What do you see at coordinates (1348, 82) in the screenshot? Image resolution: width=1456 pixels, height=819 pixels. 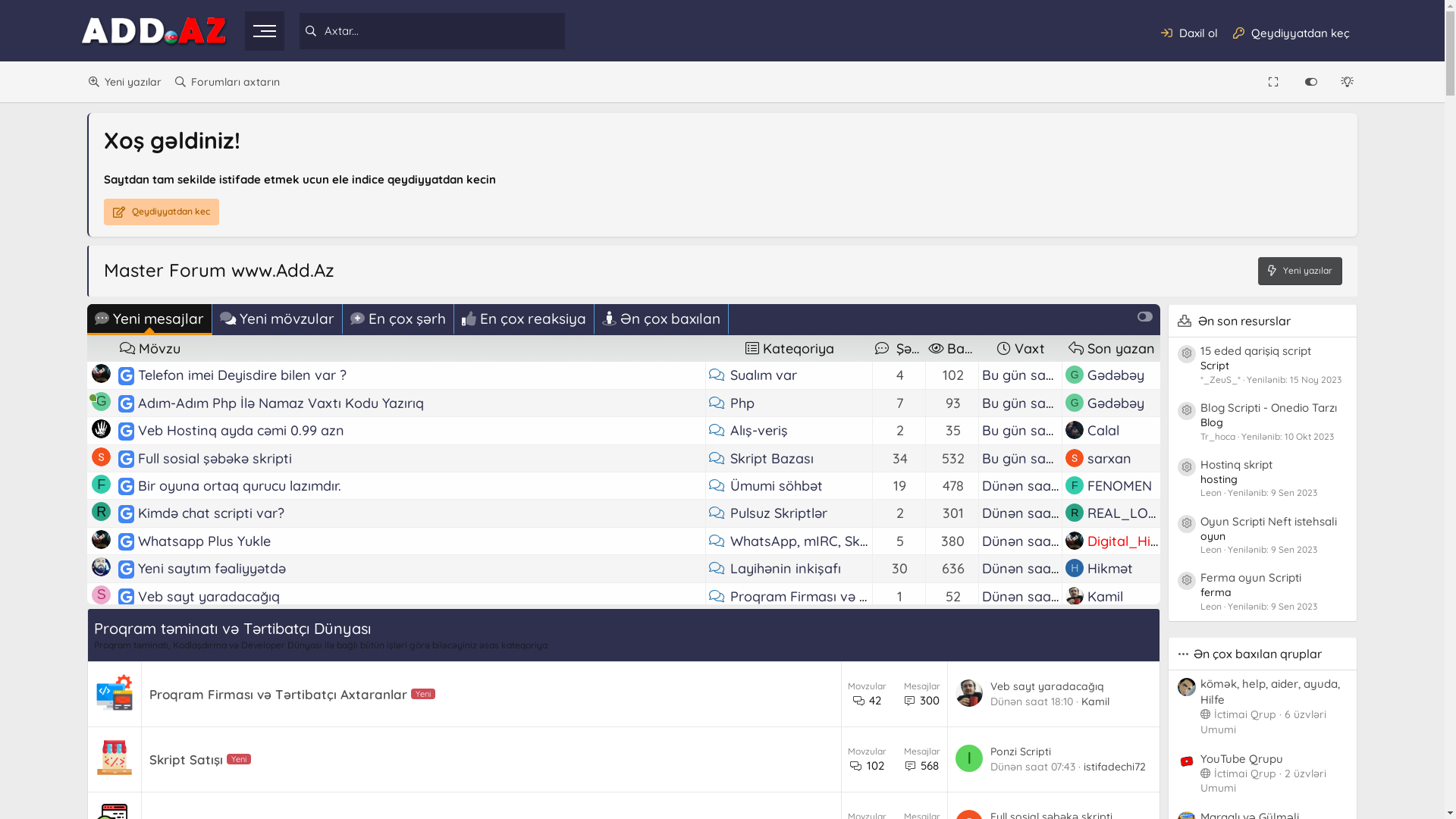 I see `'Night Mode'` at bounding box center [1348, 82].